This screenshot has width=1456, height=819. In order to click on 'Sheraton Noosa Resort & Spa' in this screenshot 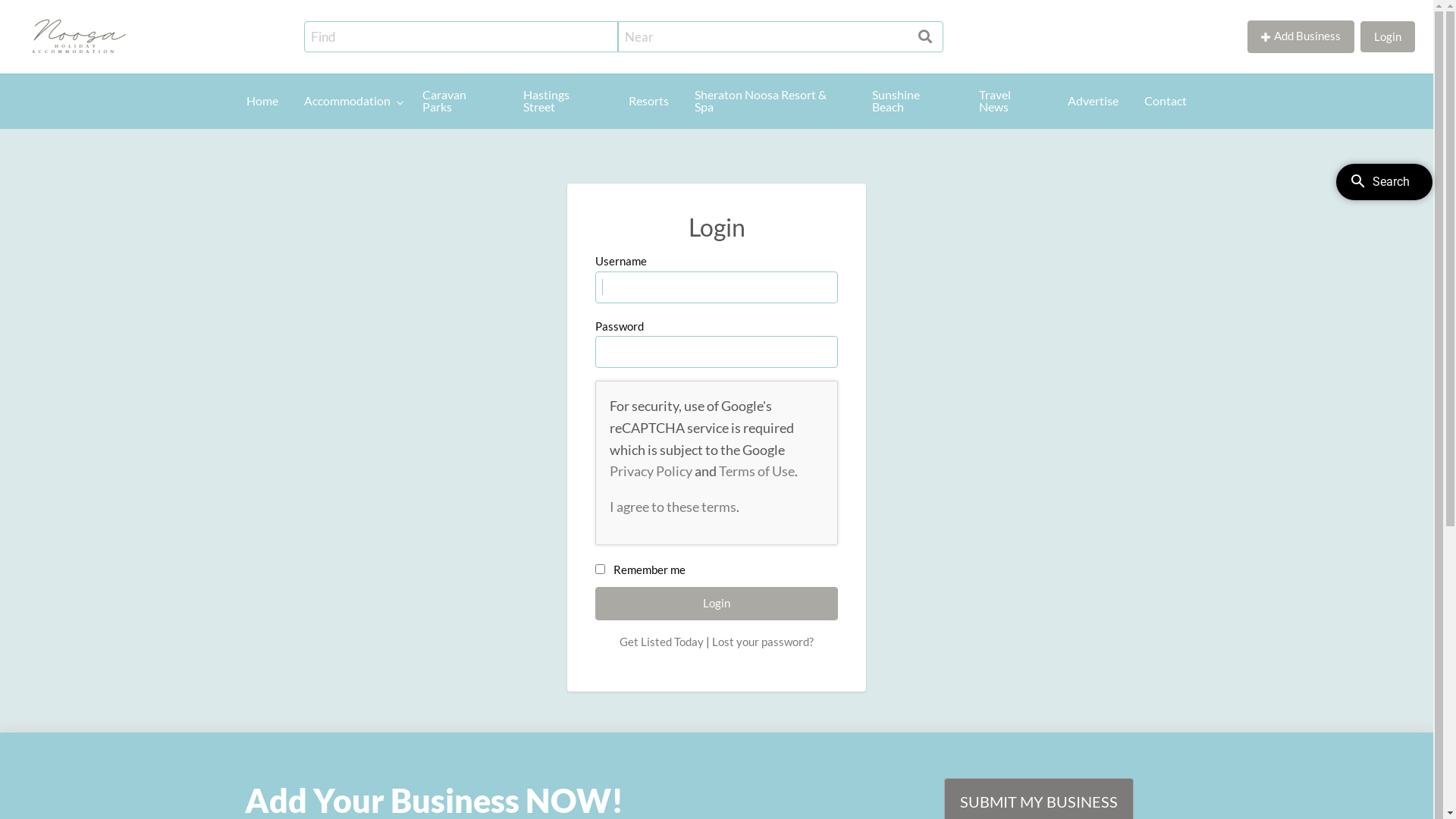, I will do `click(770, 101)`.